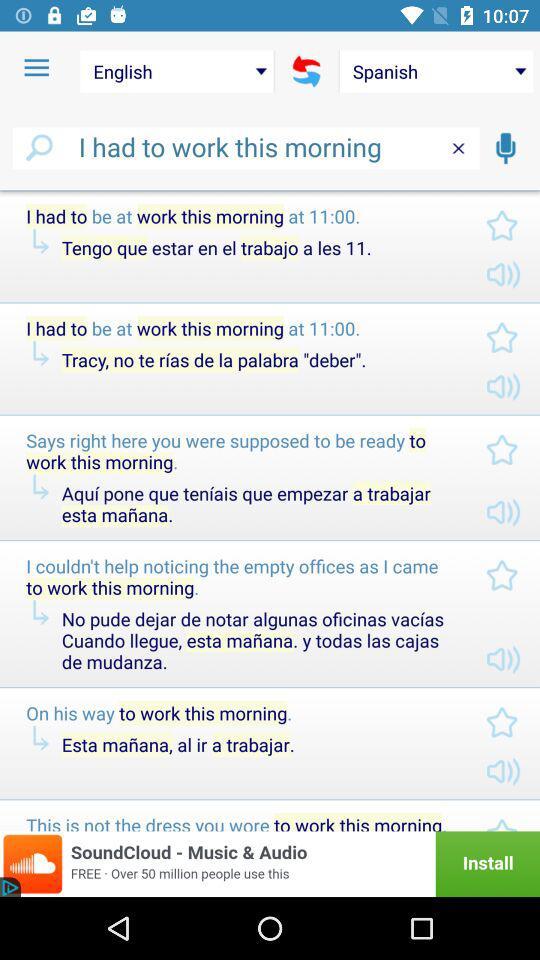 This screenshot has height=960, width=540. What do you see at coordinates (504, 147) in the screenshot?
I see `the icon below the spanish` at bounding box center [504, 147].